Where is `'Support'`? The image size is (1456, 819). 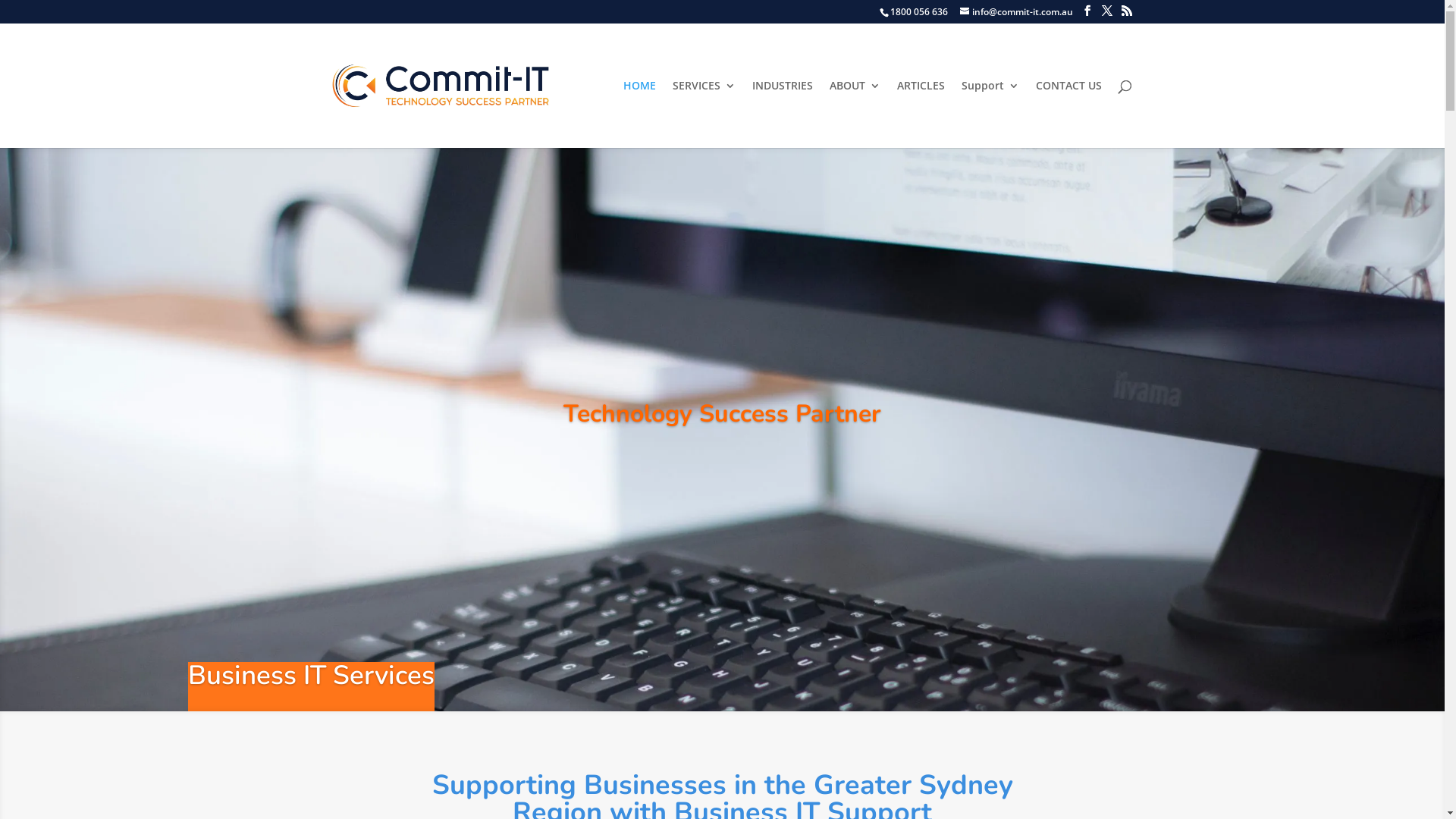
'Support' is located at coordinates (990, 113).